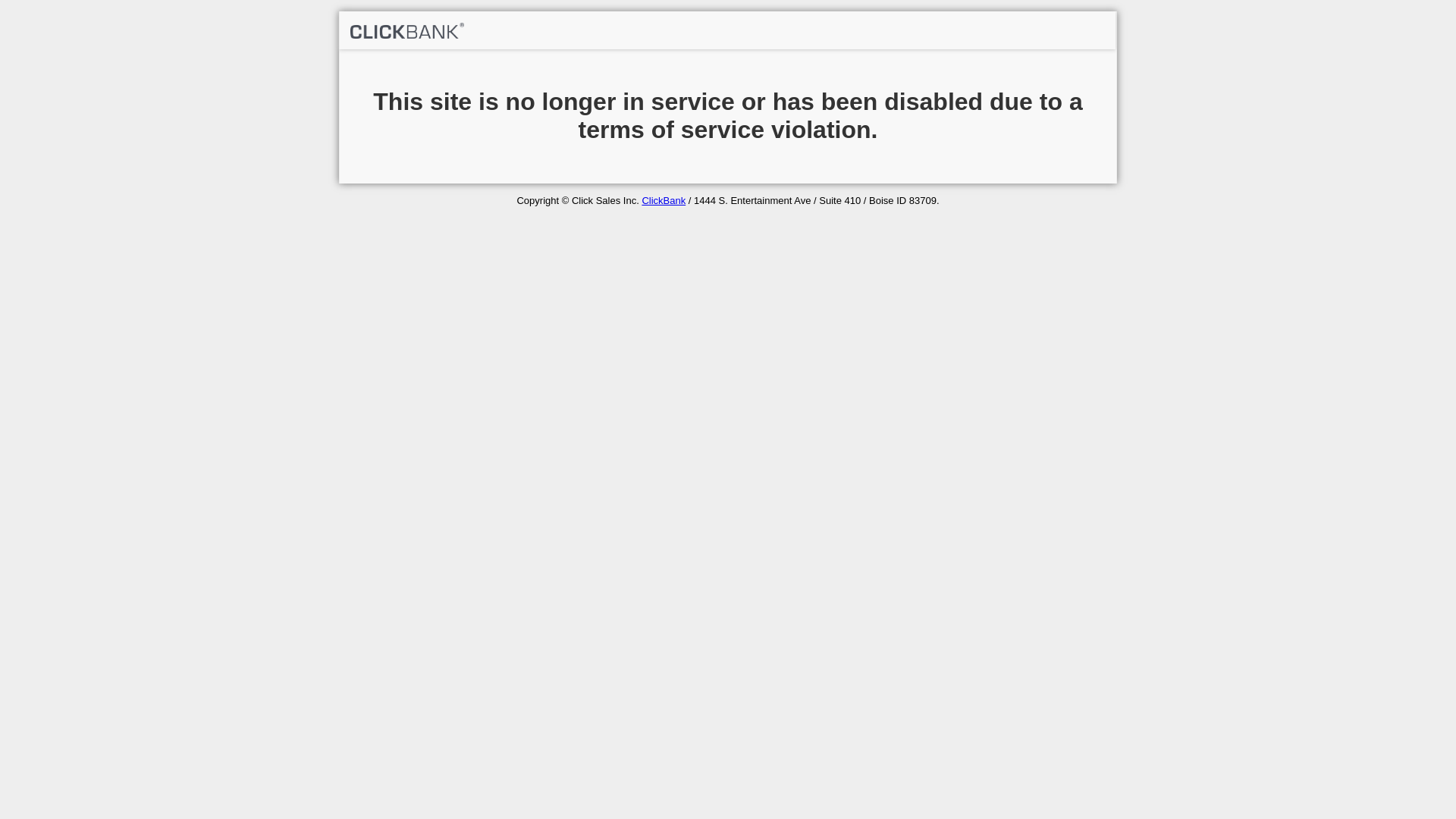  Describe the element at coordinates (641, 199) in the screenshot. I see `'ClickBank'` at that location.